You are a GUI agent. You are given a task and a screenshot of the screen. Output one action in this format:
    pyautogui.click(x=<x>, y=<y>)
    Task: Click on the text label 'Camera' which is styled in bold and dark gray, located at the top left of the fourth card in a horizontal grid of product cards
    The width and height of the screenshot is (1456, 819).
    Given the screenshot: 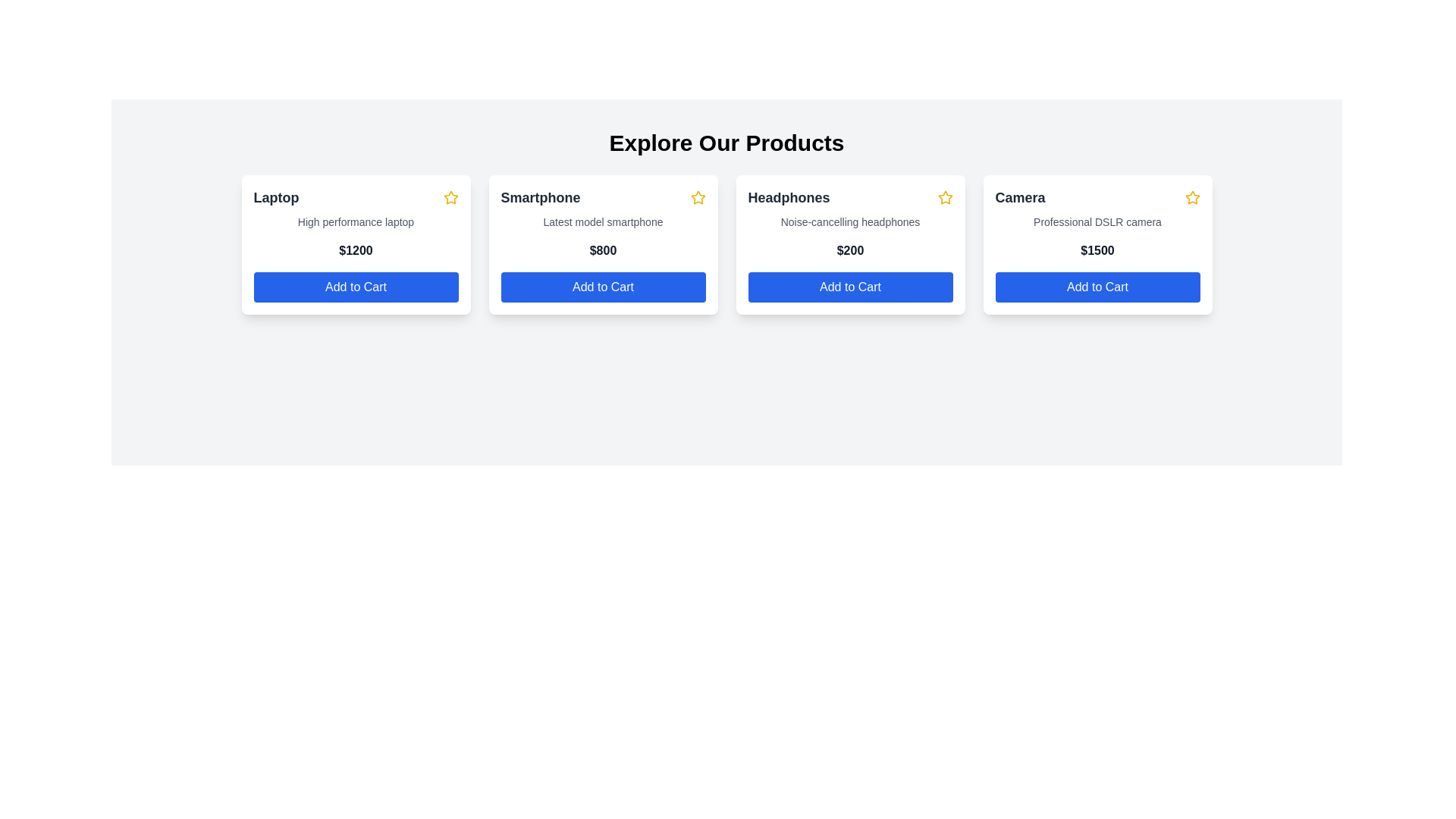 What is the action you would take?
    pyautogui.click(x=1020, y=197)
    